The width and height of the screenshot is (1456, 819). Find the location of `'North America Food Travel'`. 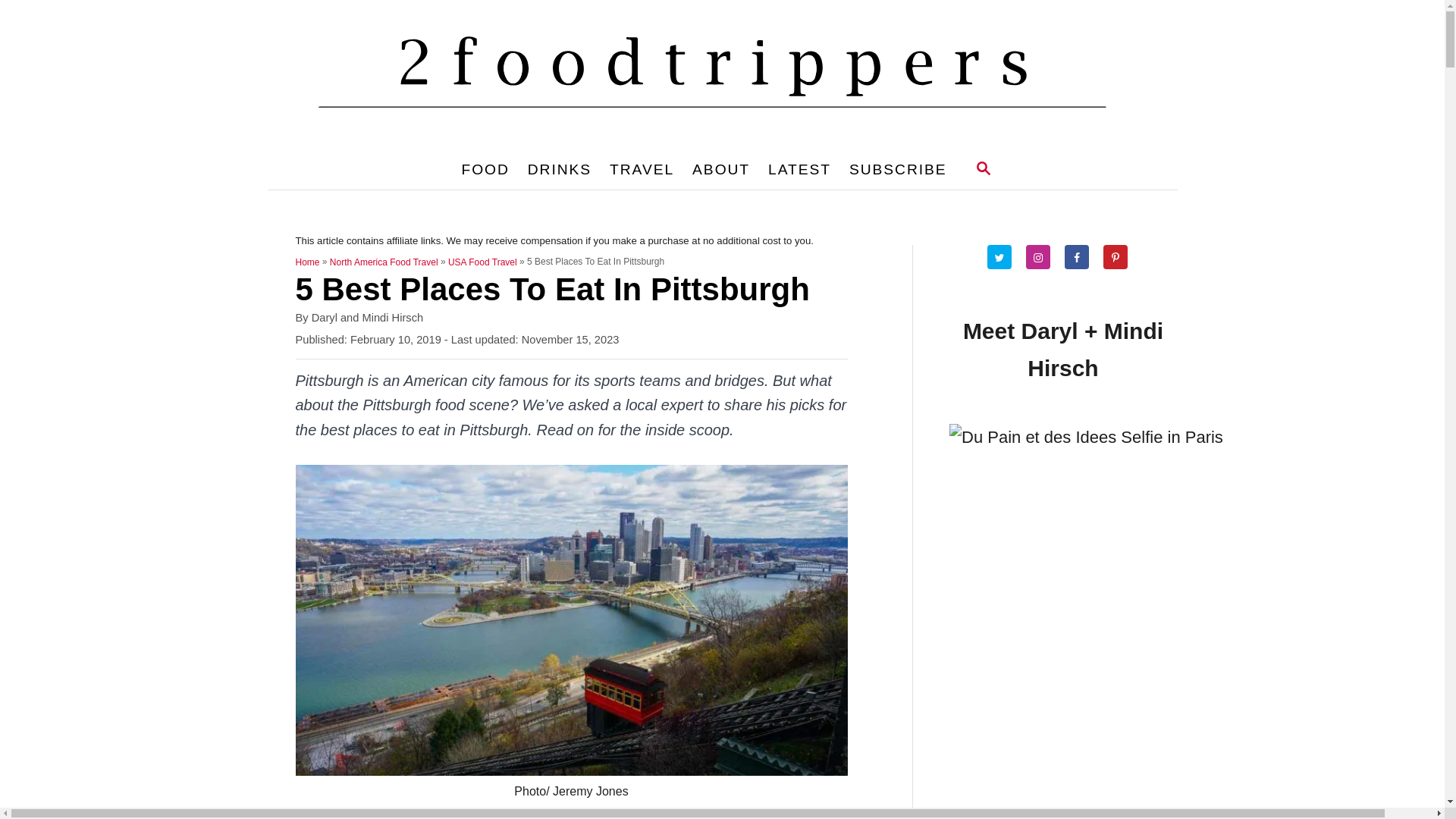

'North America Food Travel' is located at coordinates (384, 262).